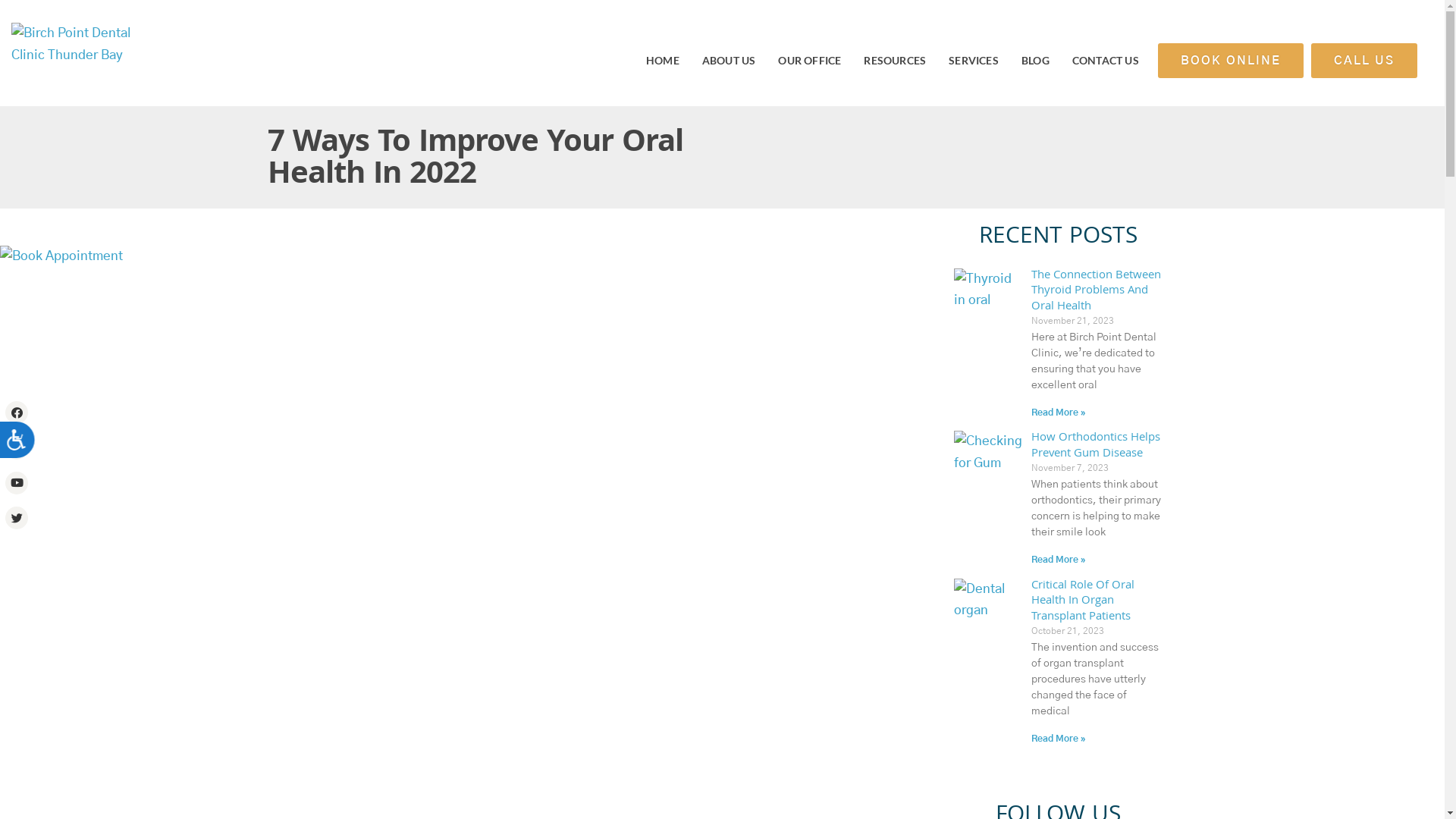  I want to click on 'HOME', so click(662, 59).